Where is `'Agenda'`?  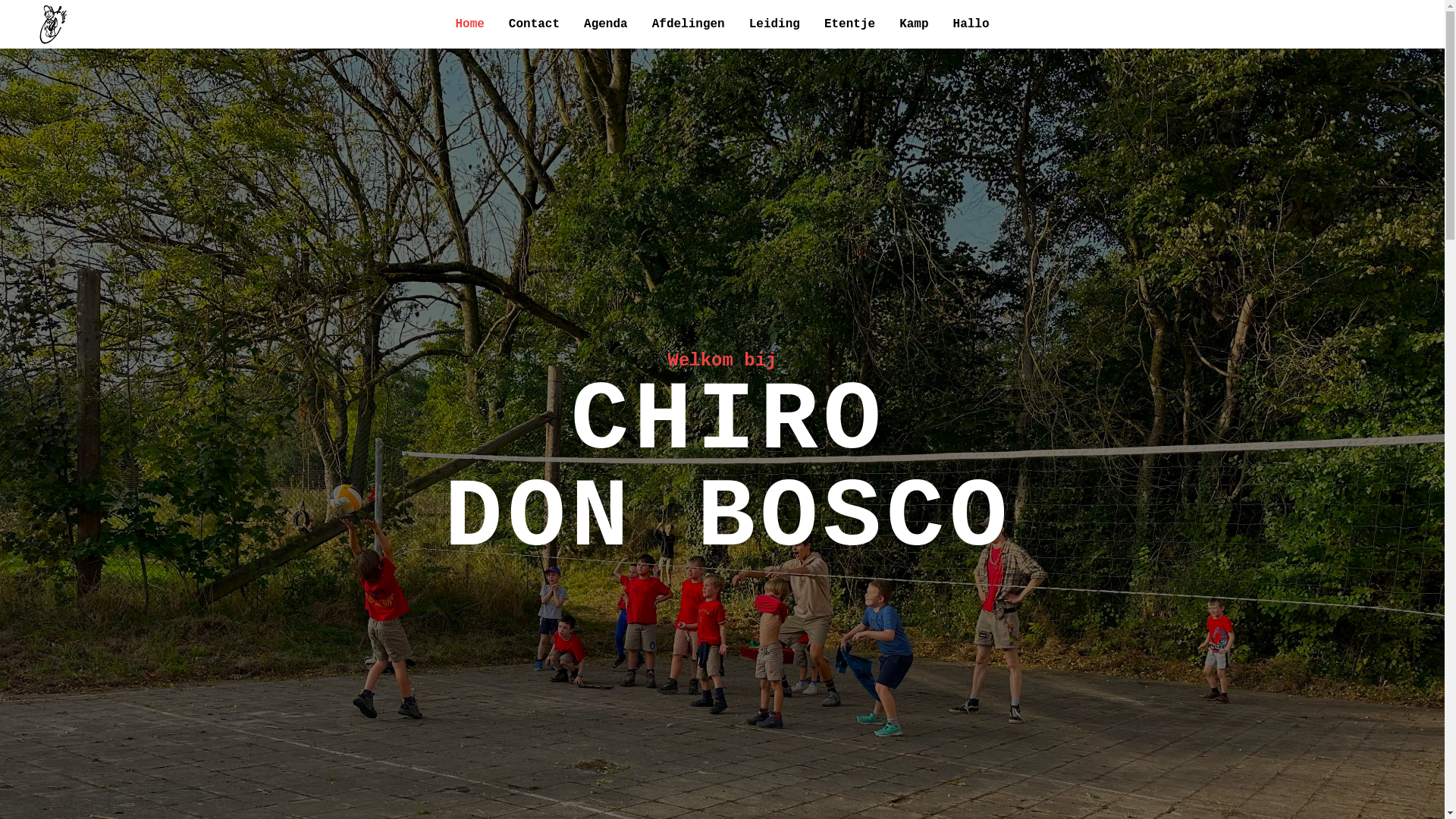
'Agenda' is located at coordinates (604, 24).